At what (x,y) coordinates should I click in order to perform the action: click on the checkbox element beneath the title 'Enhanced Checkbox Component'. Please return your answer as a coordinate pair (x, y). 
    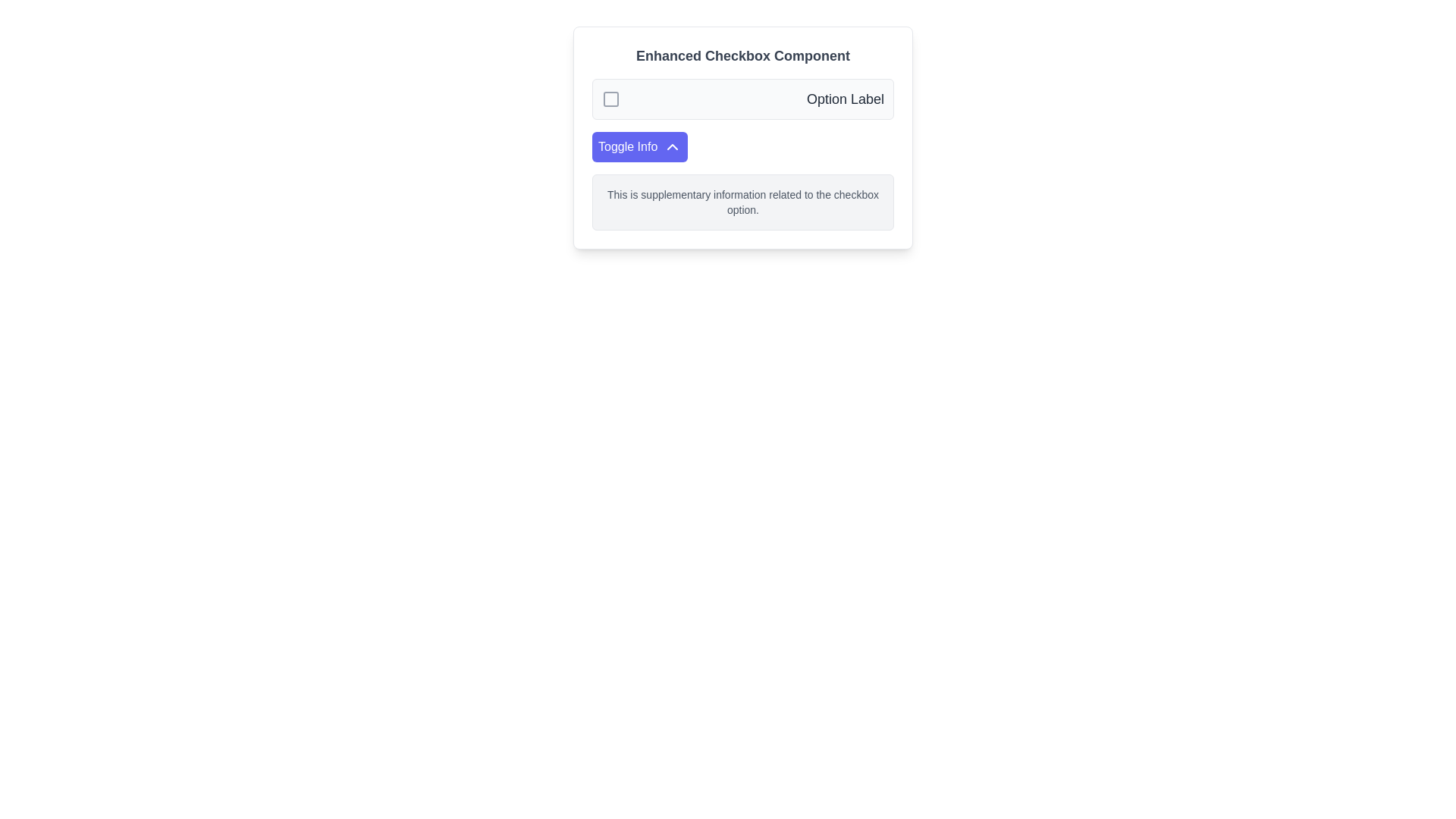
    Looking at the image, I should click on (742, 99).